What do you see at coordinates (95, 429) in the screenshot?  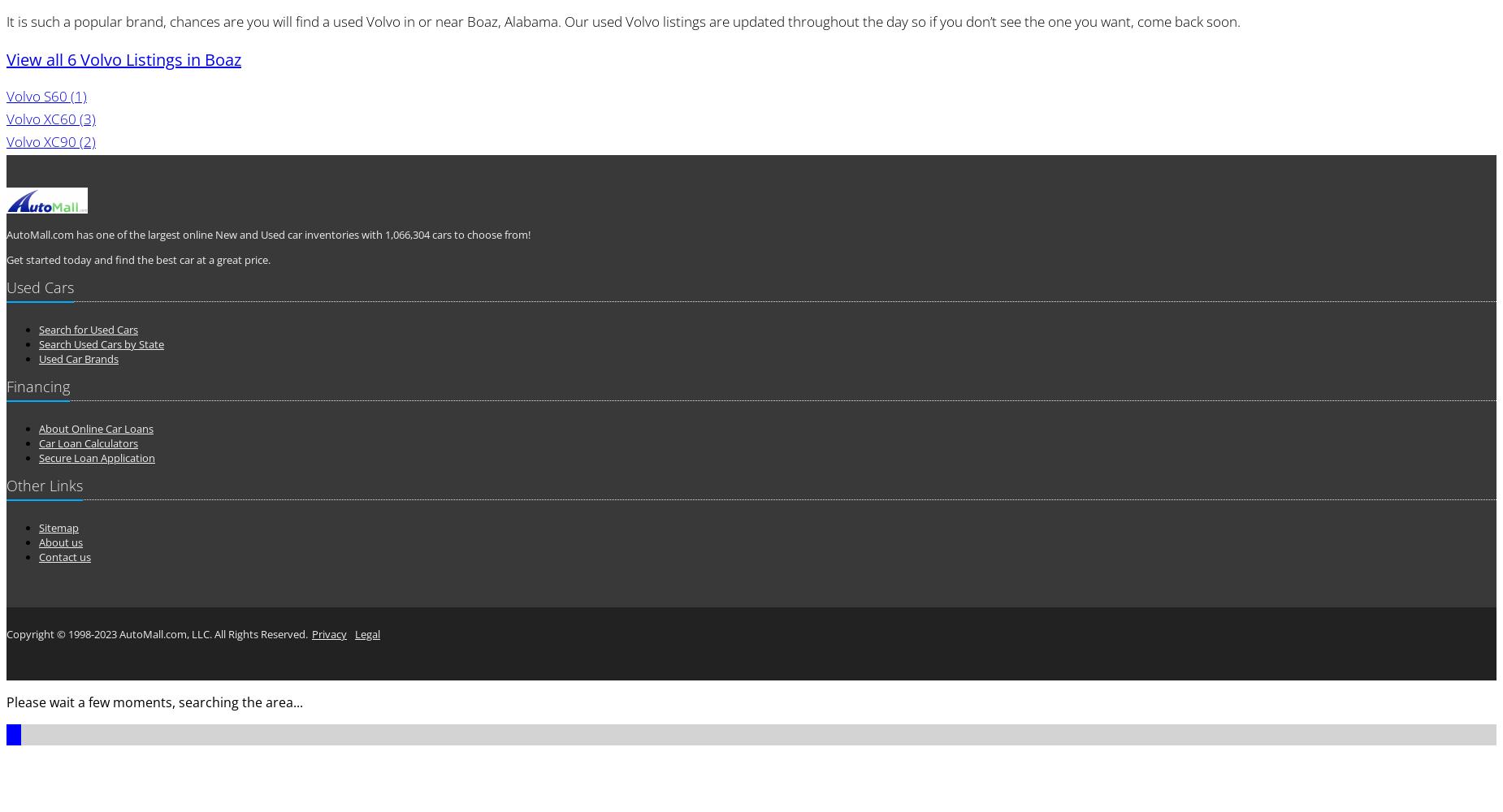 I see `'About Online Car Loans'` at bounding box center [95, 429].